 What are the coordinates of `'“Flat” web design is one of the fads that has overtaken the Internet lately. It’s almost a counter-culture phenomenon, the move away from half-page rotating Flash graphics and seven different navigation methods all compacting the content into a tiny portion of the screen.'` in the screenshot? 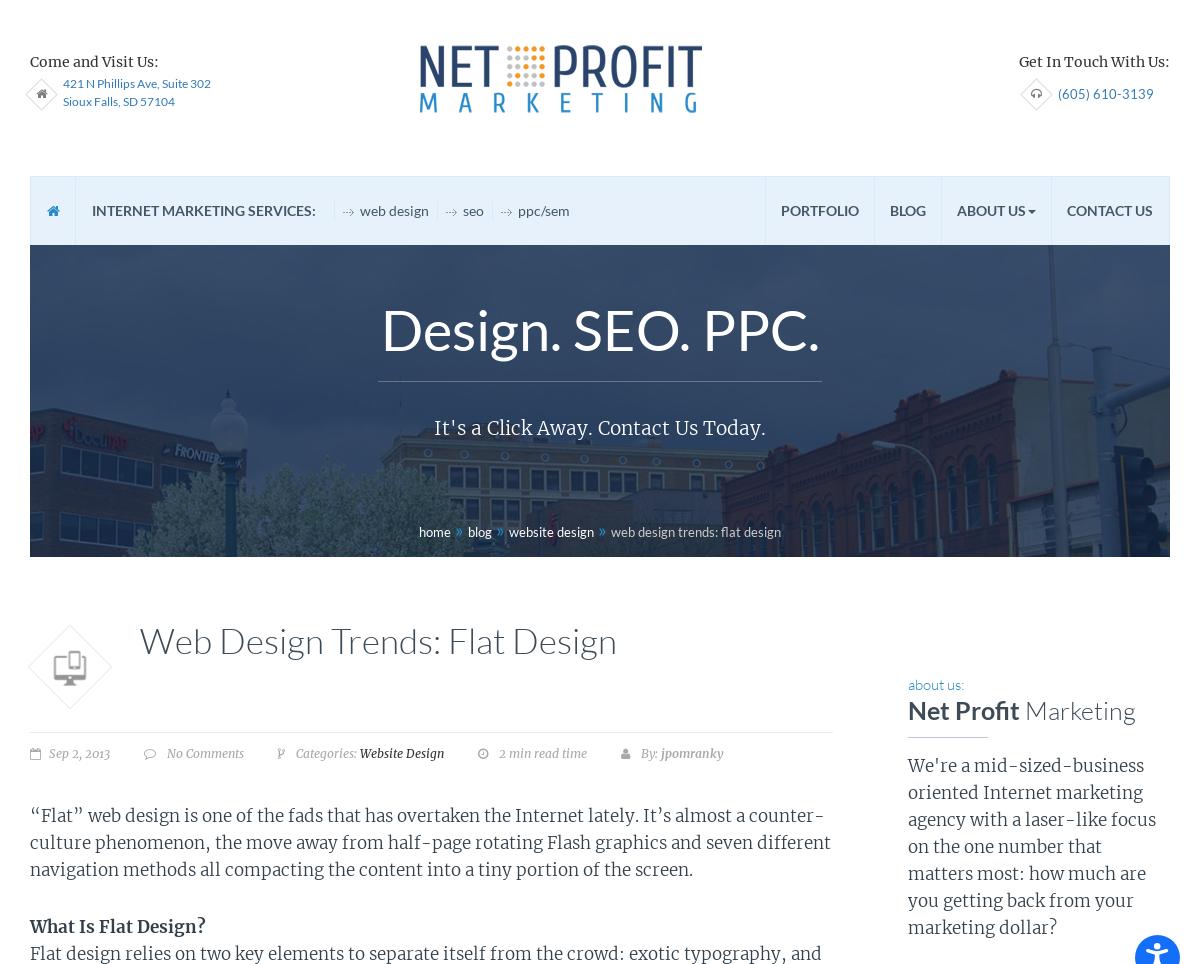 It's located at (430, 840).